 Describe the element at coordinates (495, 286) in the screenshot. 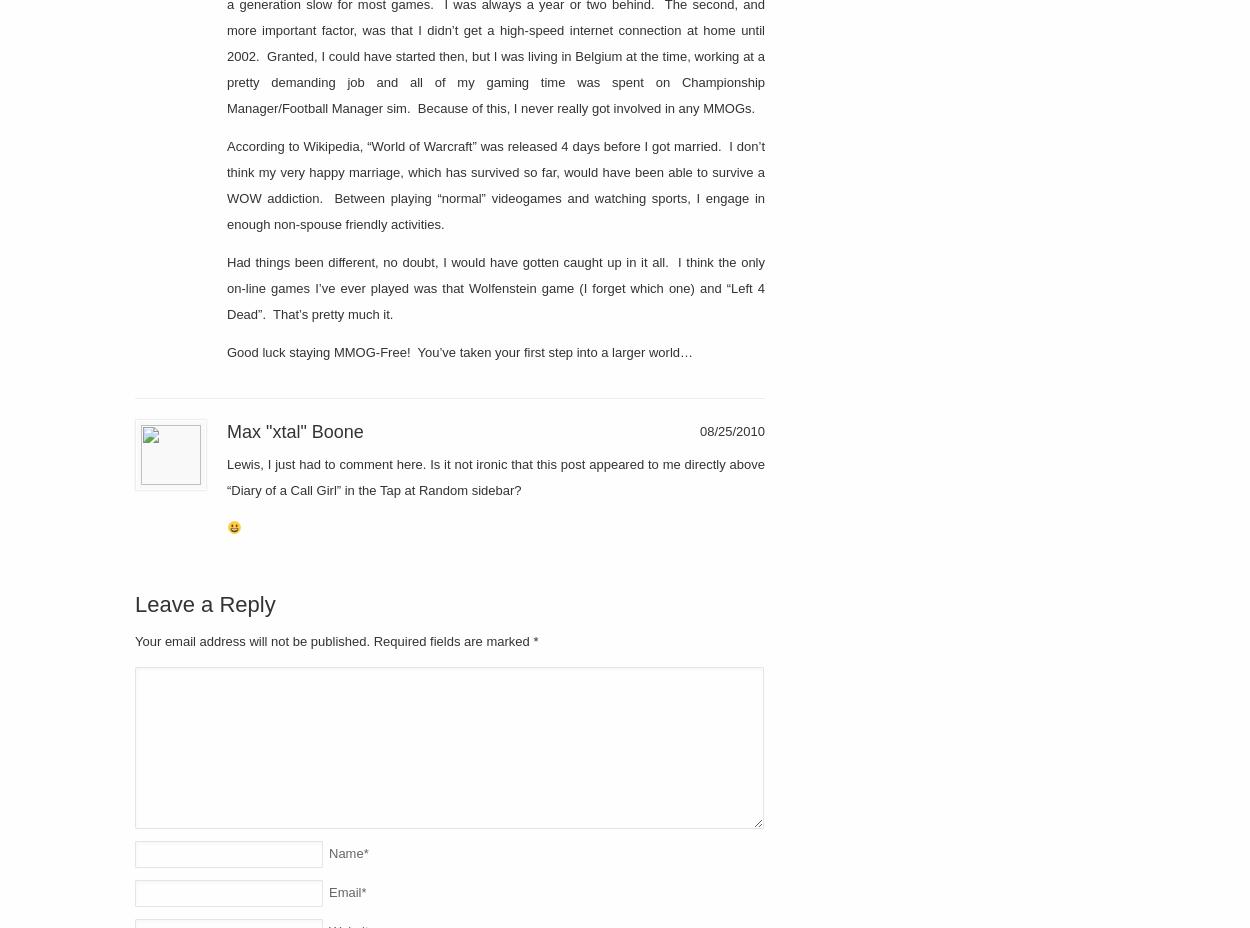

I see `'Had things been different, no doubt, I would have gotten caught up in it all.  I think the only on-line games I’ve ever played was that Wolfenstein game (I forget which one) and “Left 4 Dead”.  That’s pretty much it.'` at that location.